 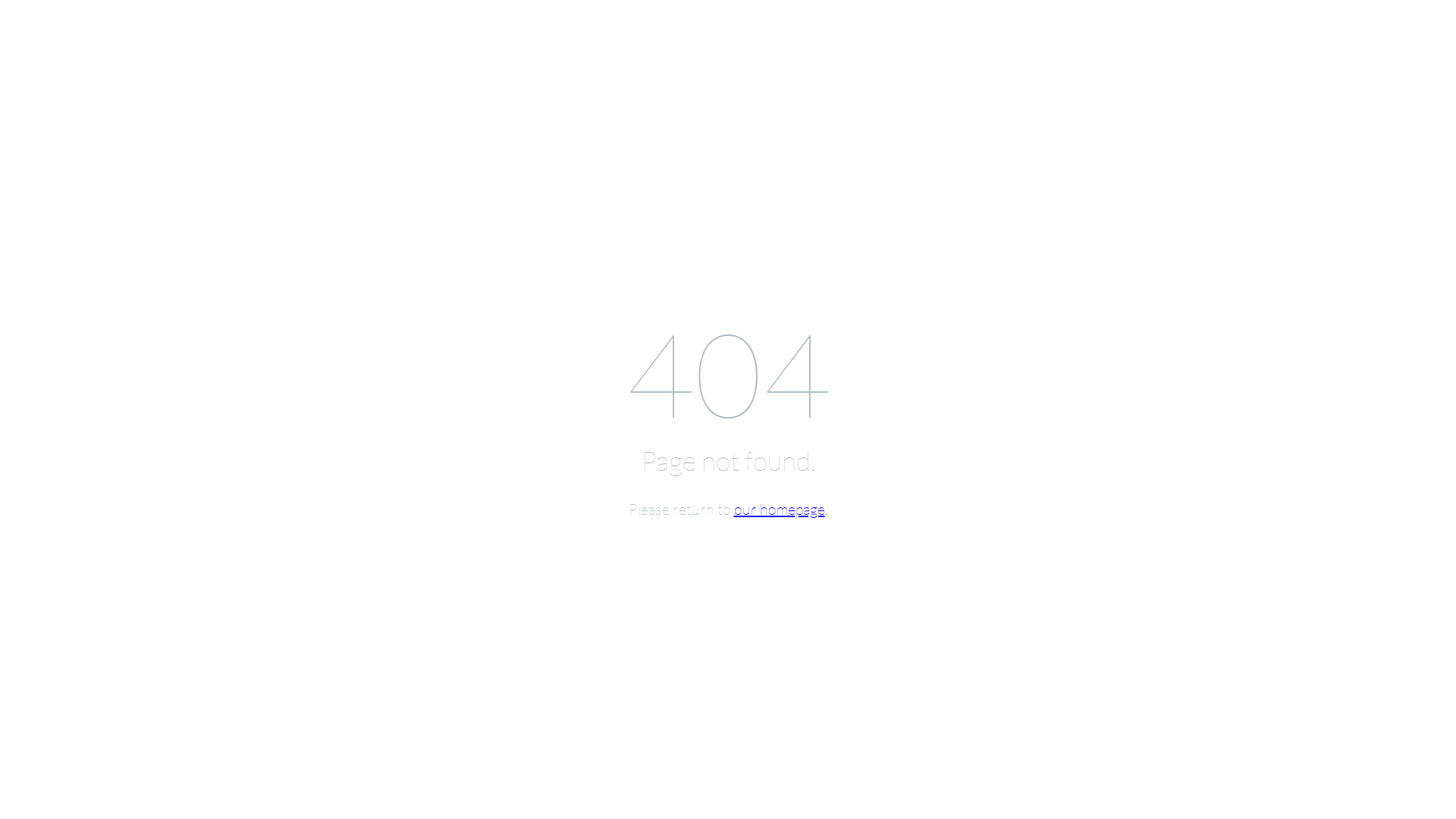 What do you see at coordinates (779, 508) in the screenshot?
I see `'our homepage'` at bounding box center [779, 508].